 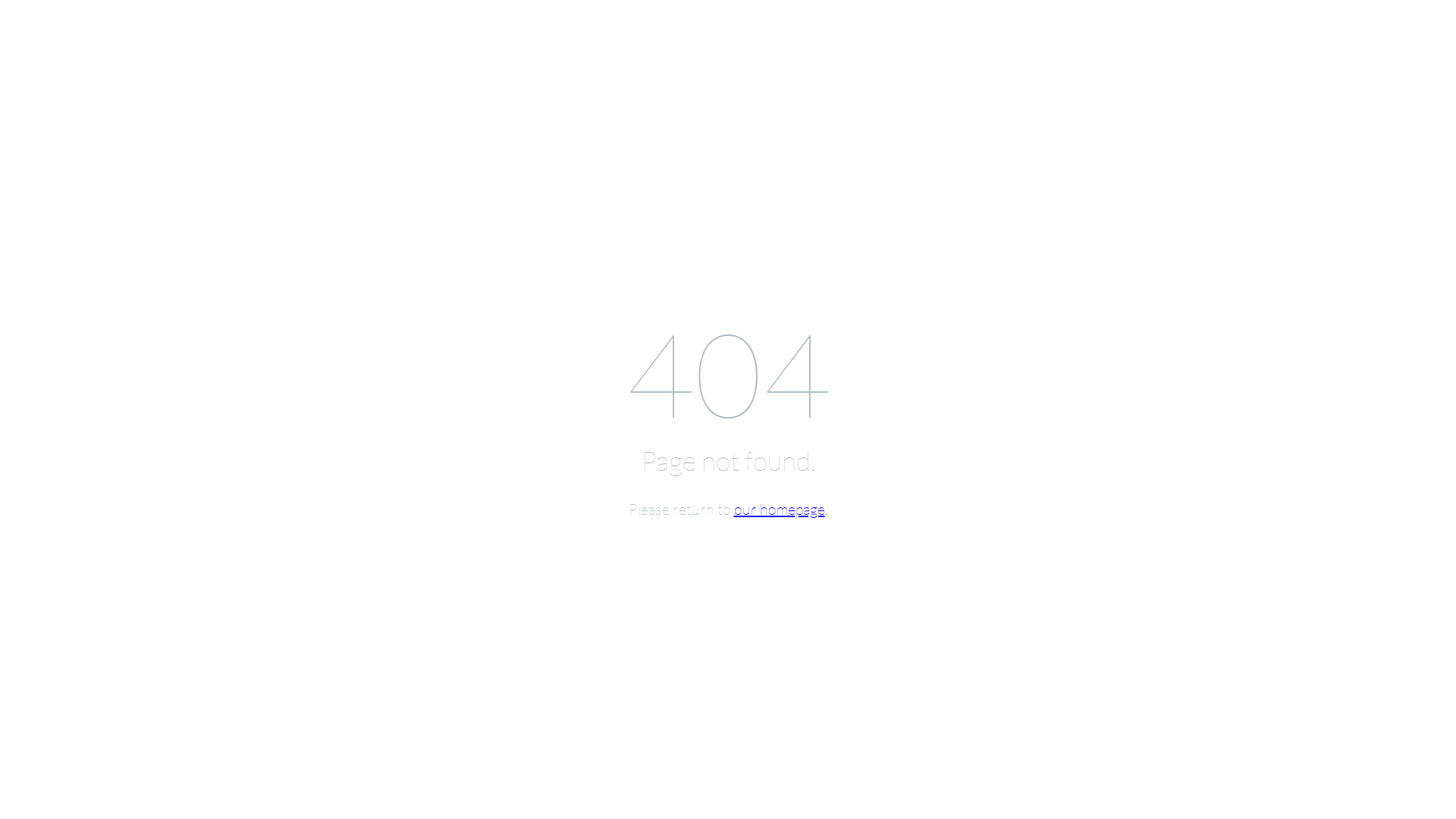 What do you see at coordinates (779, 508) in the screenshot?
I see `'our homepage'` at bounding box center [779, 508].